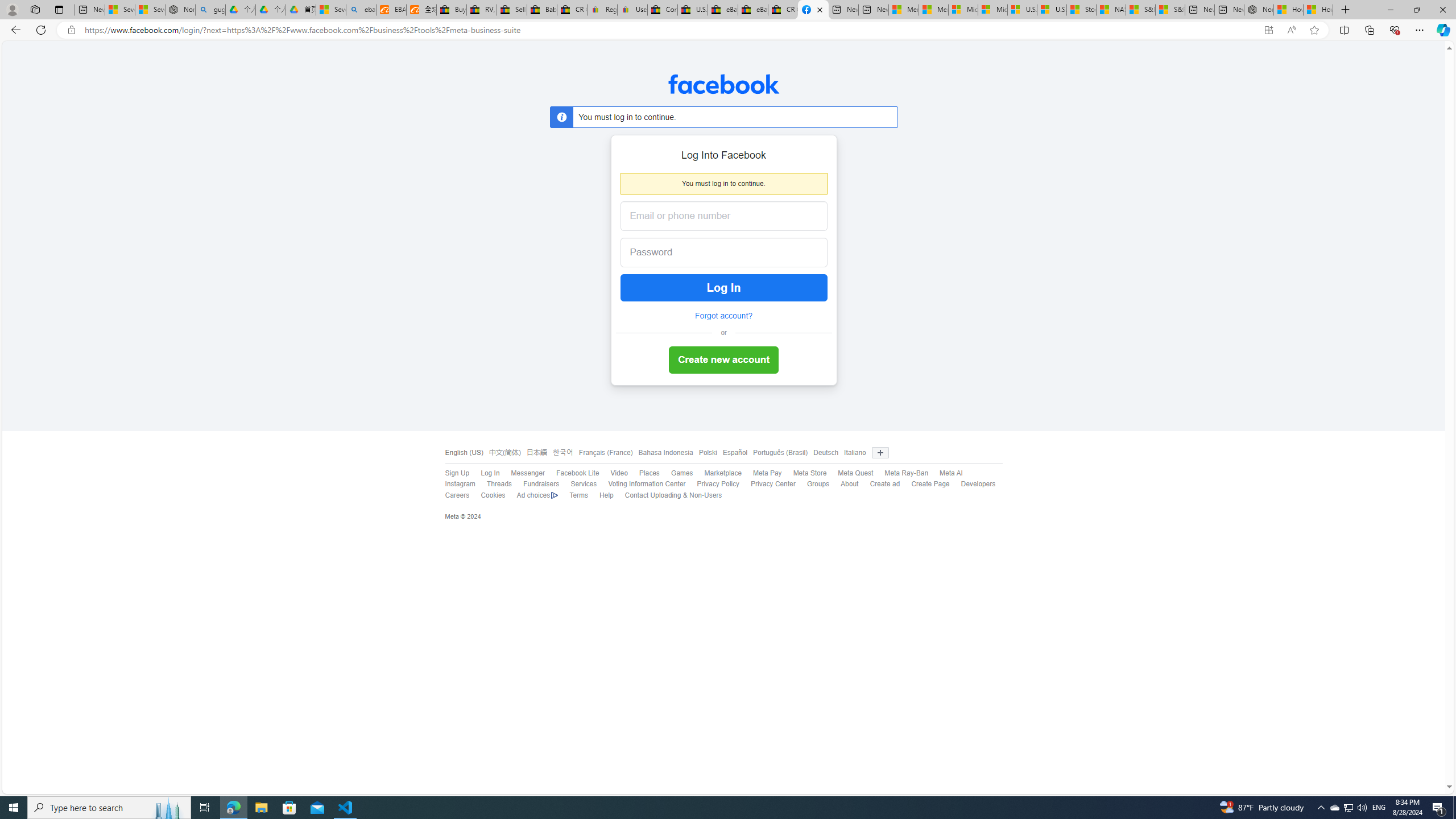 This screenshot has height=819, width=1456. I want to click on 'Consumer Health Data Privacy Policy - eBay Inc.', so click(661, 9).